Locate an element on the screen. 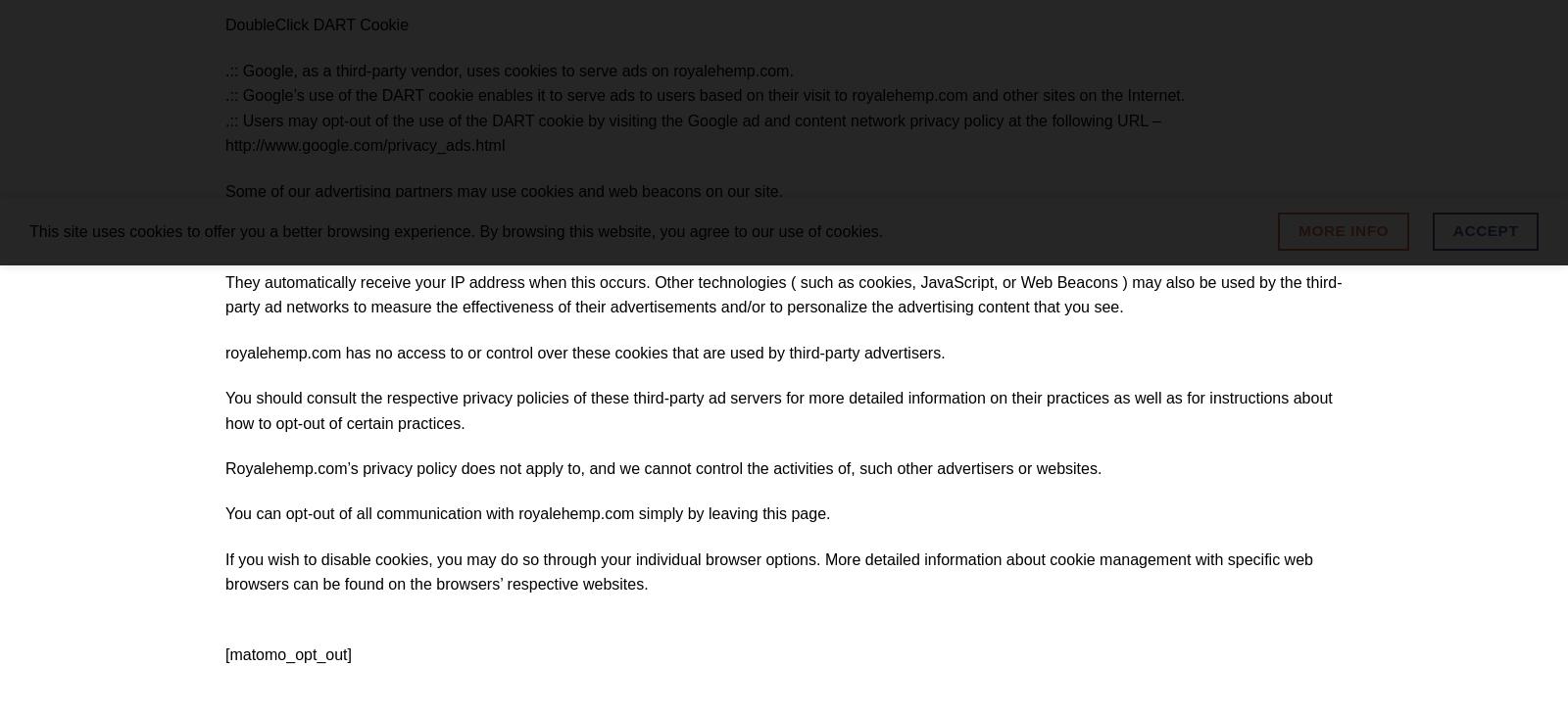 Image resolution: width=1568 pixels, height=714 pixels. 'DoubleClick DART Cookie' is located at coordinates (224, 24).